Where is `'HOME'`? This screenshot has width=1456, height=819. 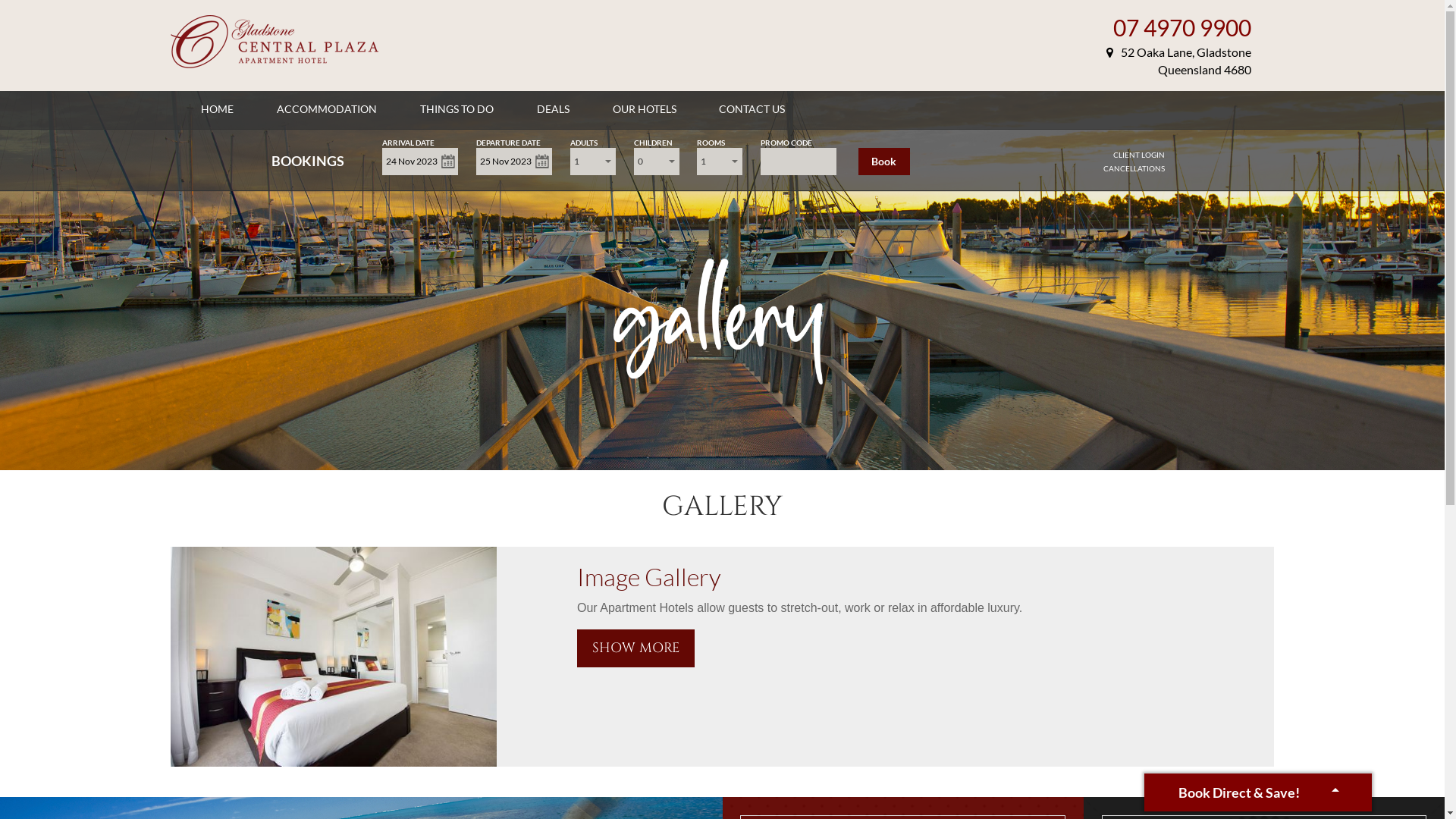
'HOME' is located at coordinates (216, 108).